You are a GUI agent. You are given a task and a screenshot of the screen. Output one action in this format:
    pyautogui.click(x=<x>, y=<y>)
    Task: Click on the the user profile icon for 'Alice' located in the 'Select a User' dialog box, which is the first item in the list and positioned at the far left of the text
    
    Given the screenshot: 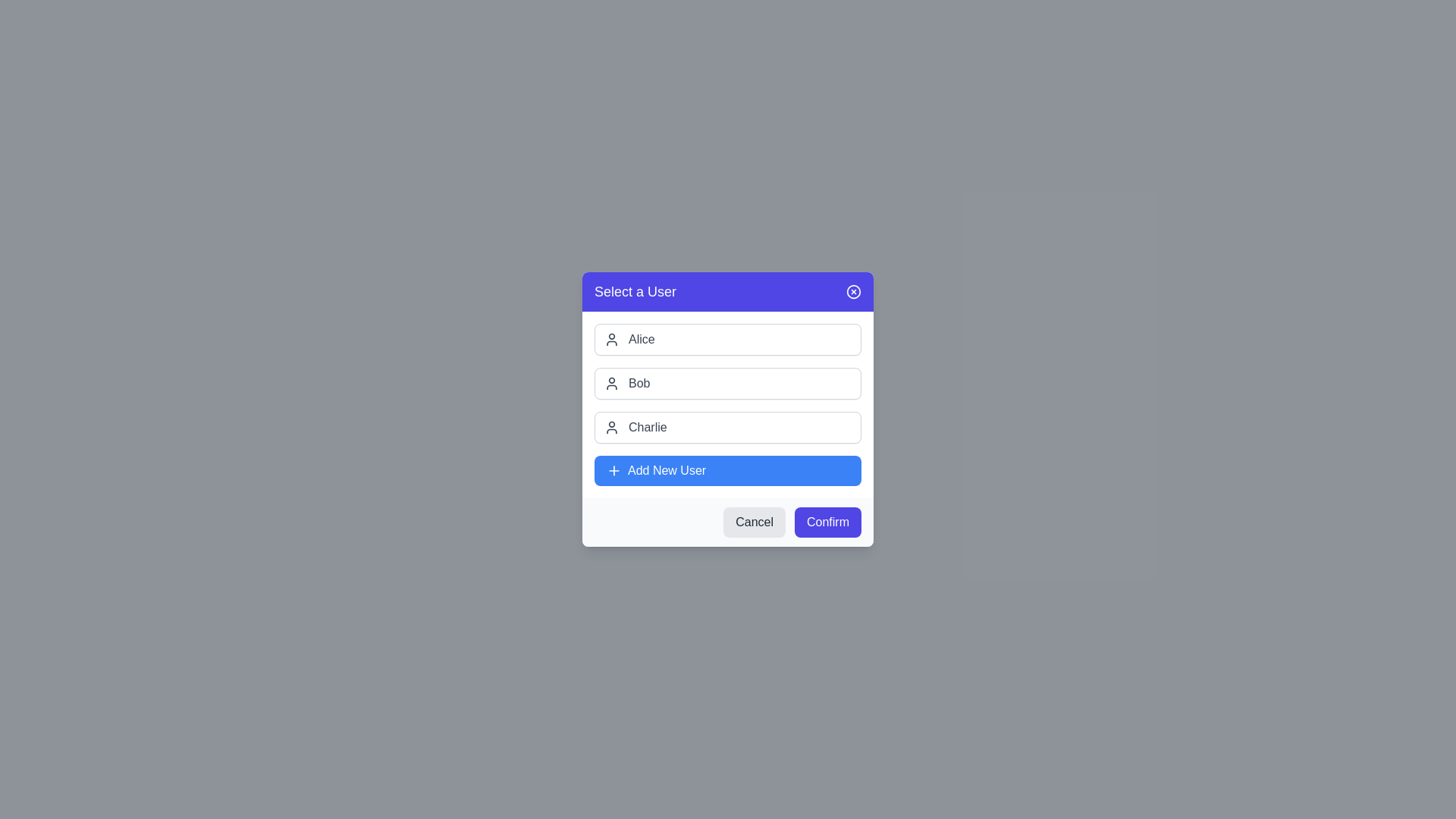 What is the action you would take?
    pyautogui.click(x=611, y=338)
    